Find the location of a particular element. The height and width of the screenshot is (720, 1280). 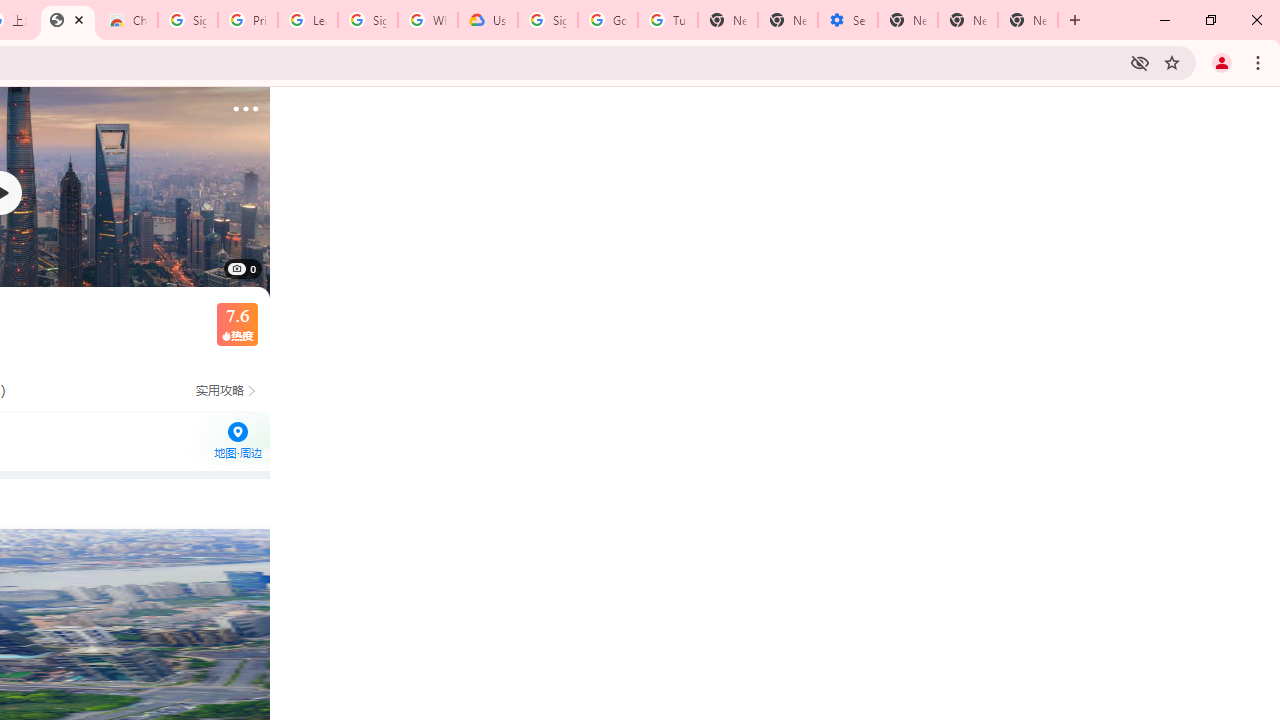

'Who are Google' is located at coordinates (427, 20).